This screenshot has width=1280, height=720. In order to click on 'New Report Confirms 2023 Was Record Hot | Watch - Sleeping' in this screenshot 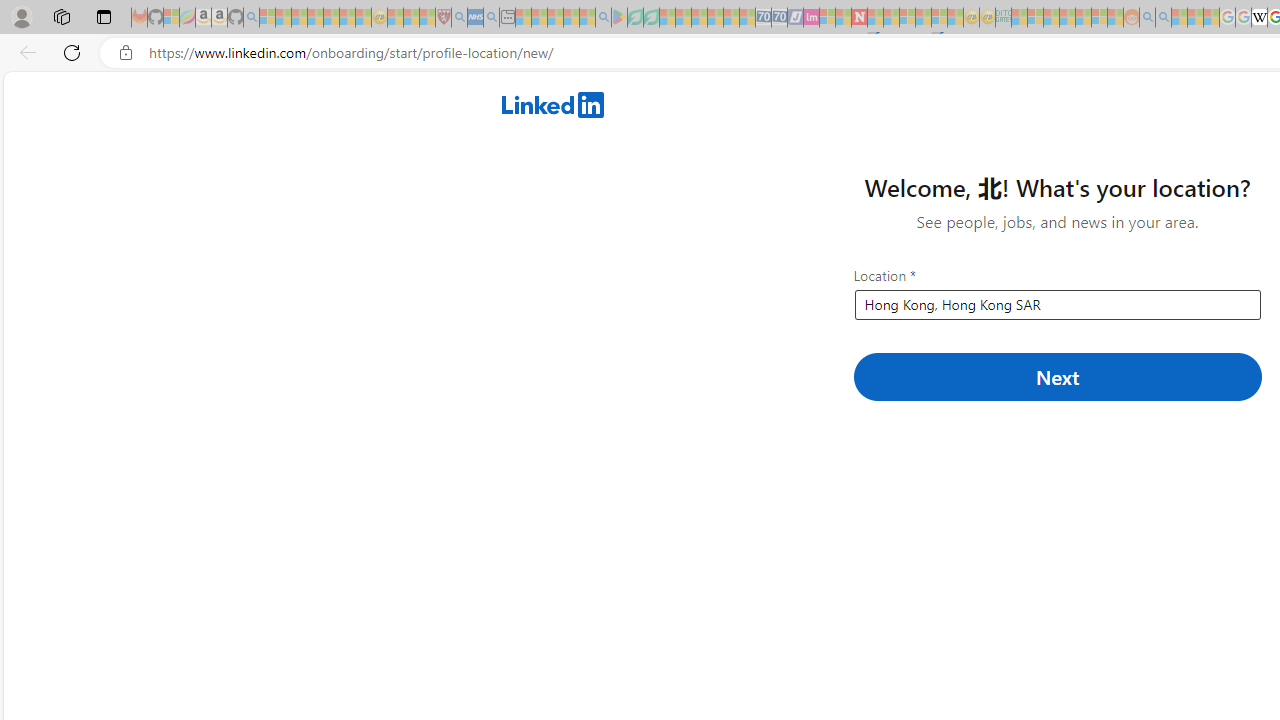, I will do `click(331, 17)`.